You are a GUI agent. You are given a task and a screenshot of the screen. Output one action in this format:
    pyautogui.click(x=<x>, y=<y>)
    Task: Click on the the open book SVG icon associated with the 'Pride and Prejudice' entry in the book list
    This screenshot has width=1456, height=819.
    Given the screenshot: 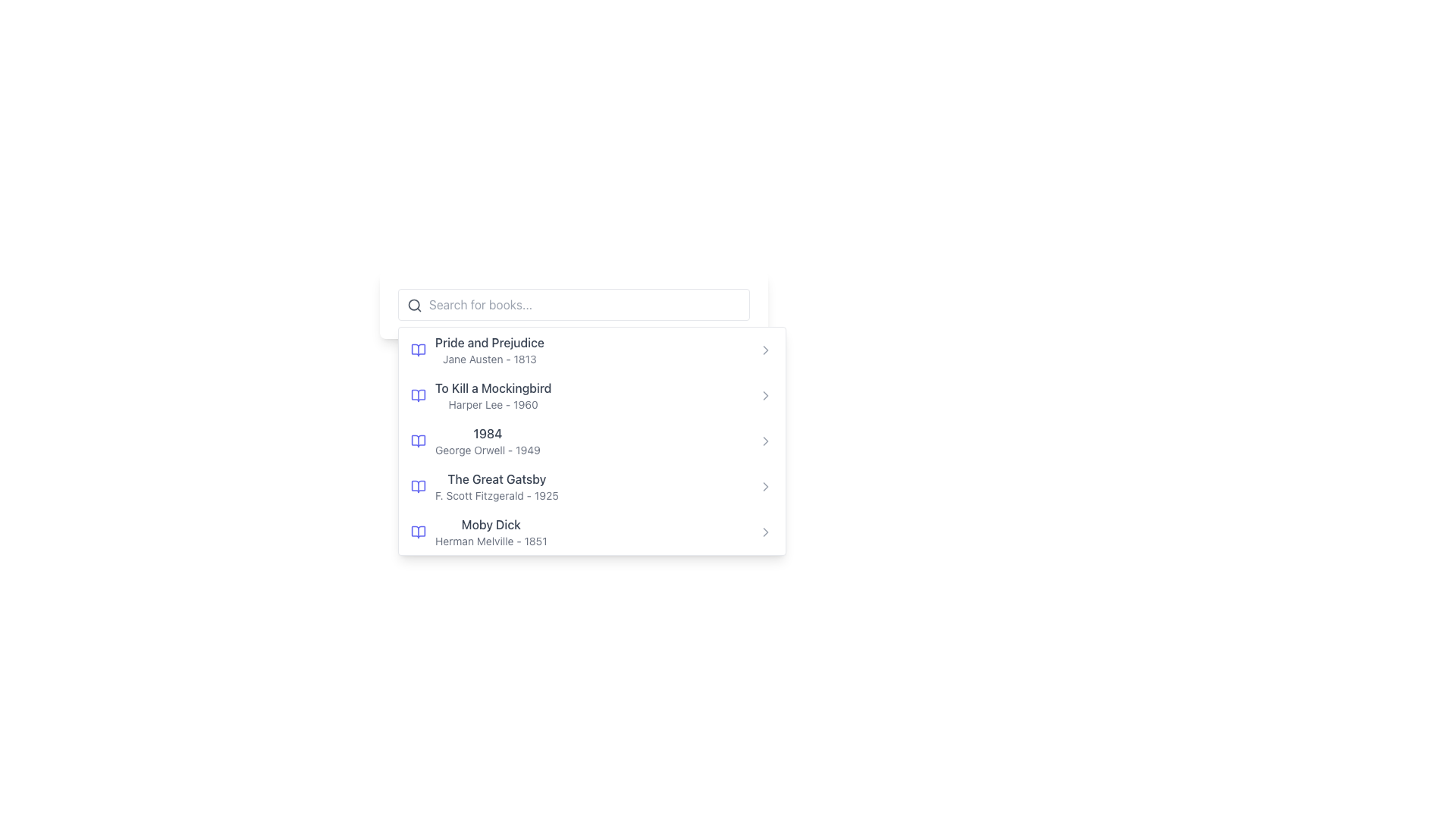 What is the action you would take?
    pyautogui.click(x=419, y=350)
    